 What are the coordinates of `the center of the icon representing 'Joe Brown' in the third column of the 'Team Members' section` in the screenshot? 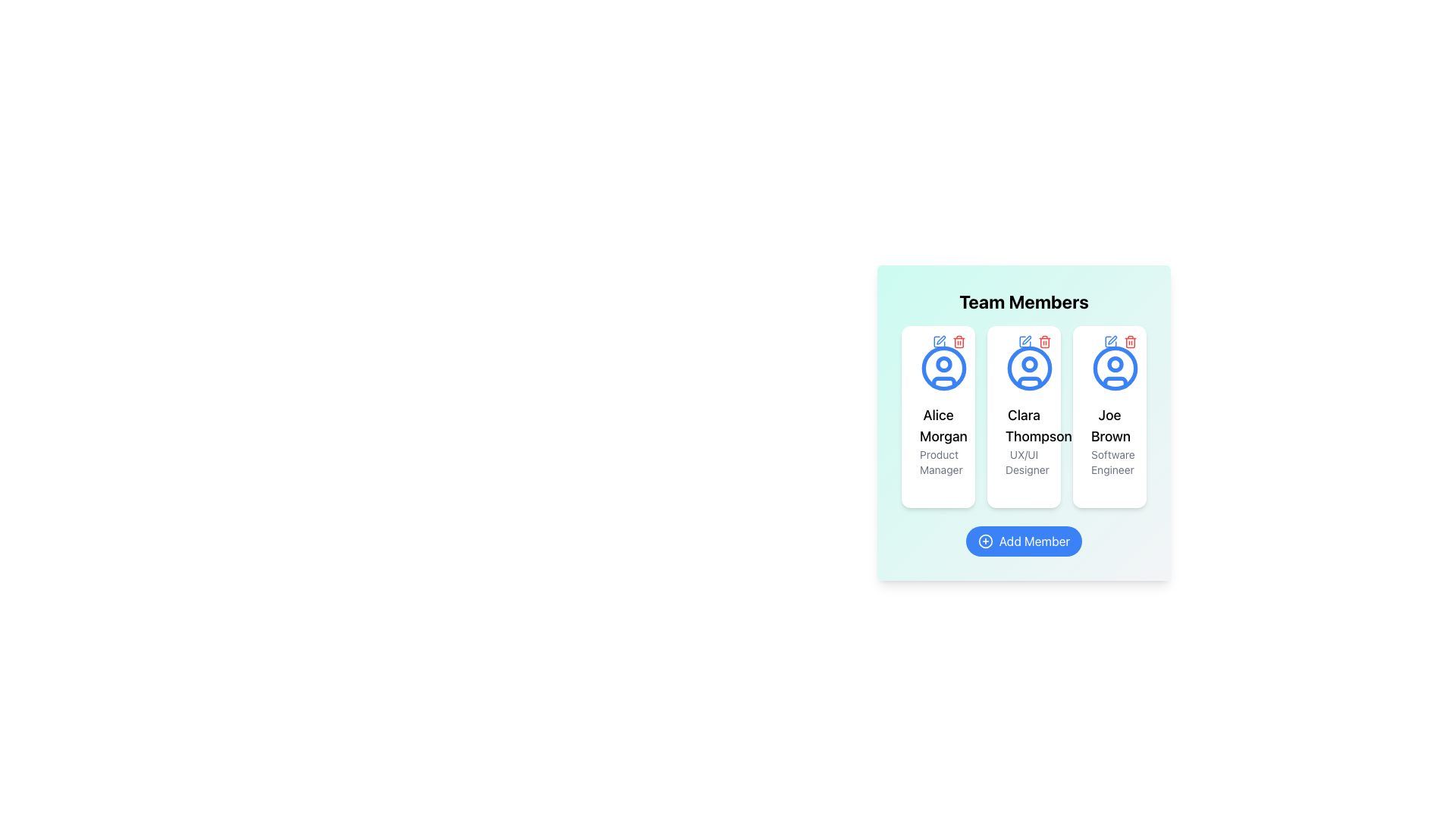 It's located at (1115, 369).